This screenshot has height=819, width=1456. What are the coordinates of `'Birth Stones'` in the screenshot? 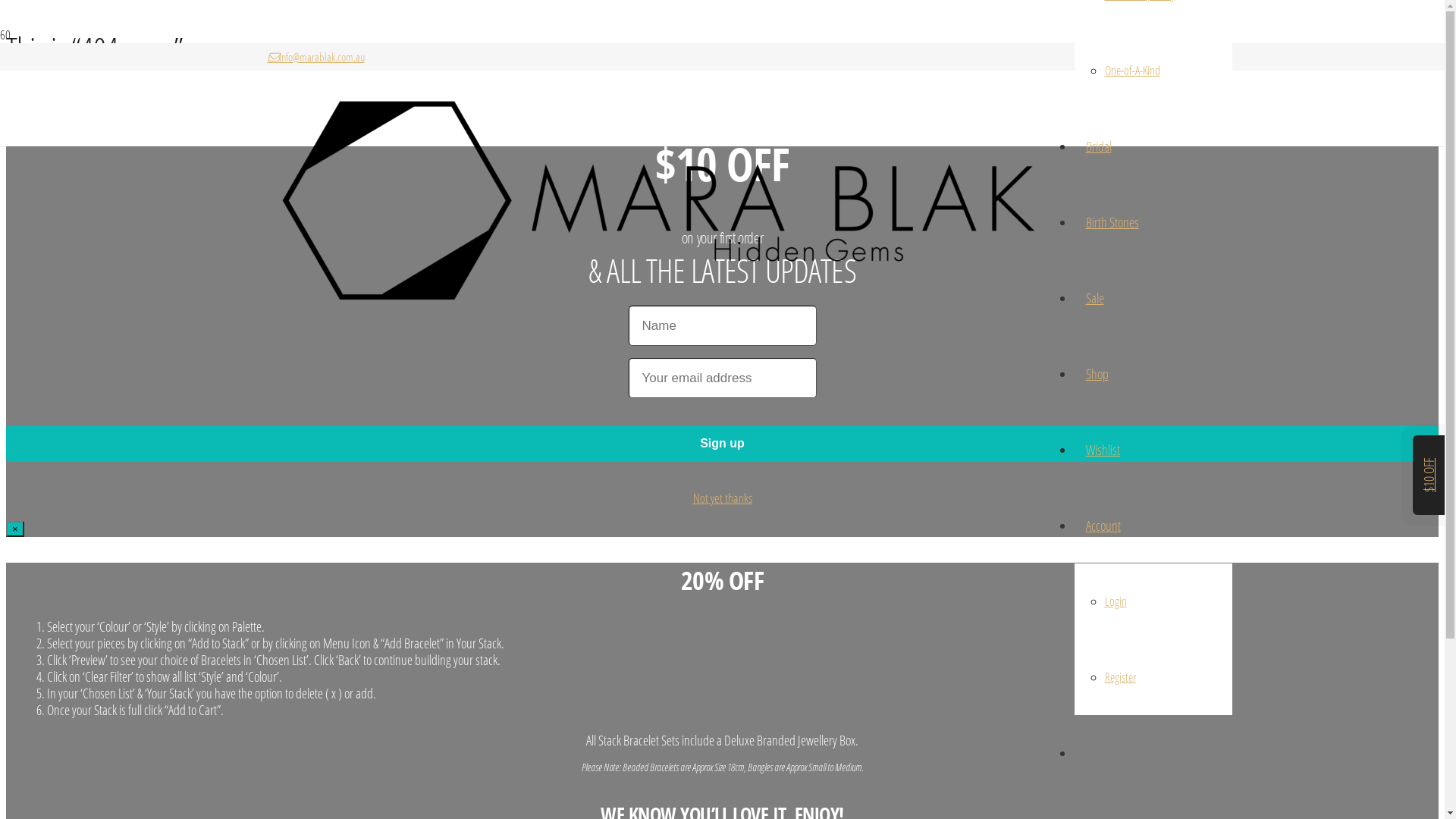 It's located at (1111, 222).